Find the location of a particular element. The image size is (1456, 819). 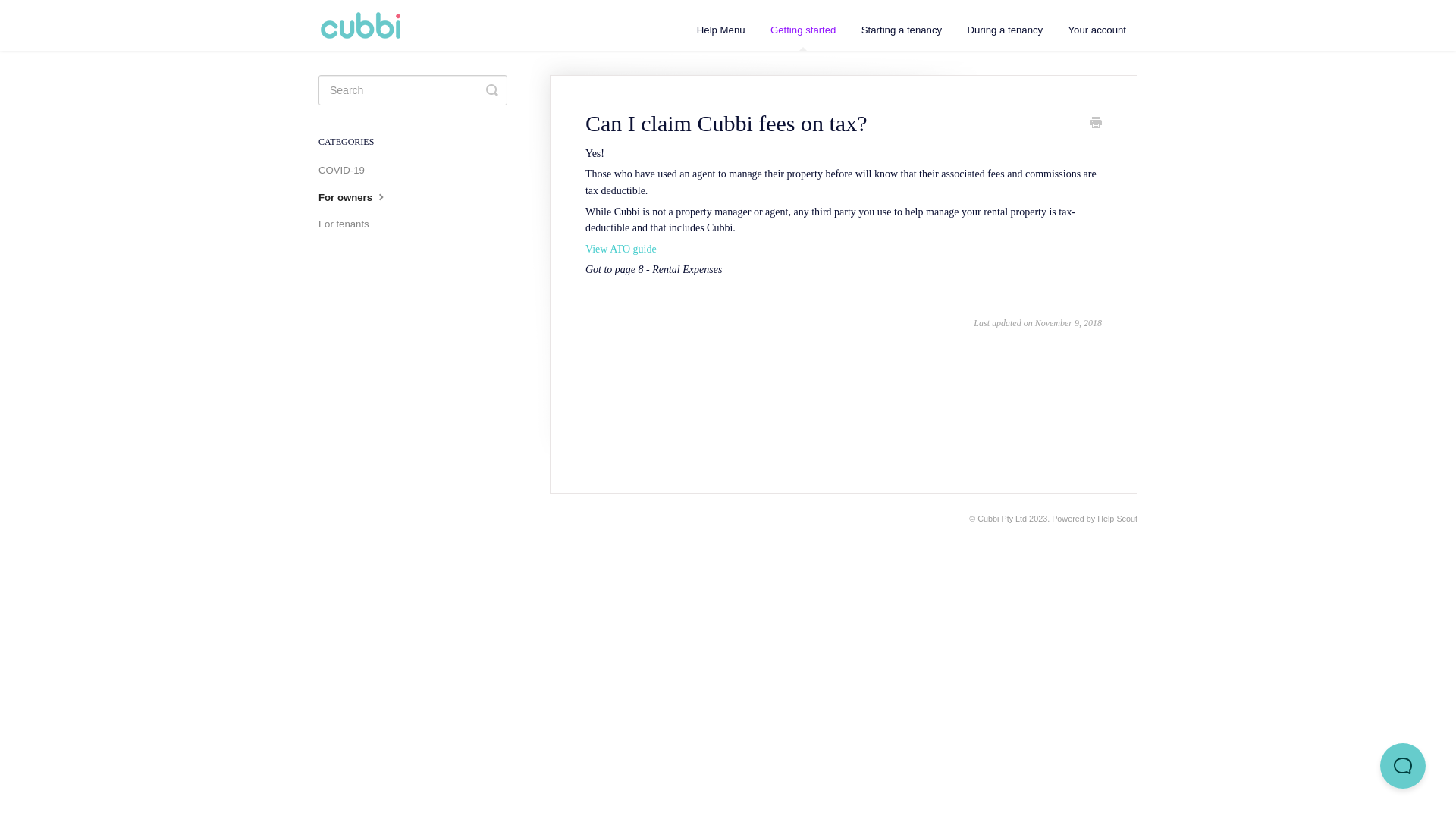

'For owners' is located at coordinates (359, 196).